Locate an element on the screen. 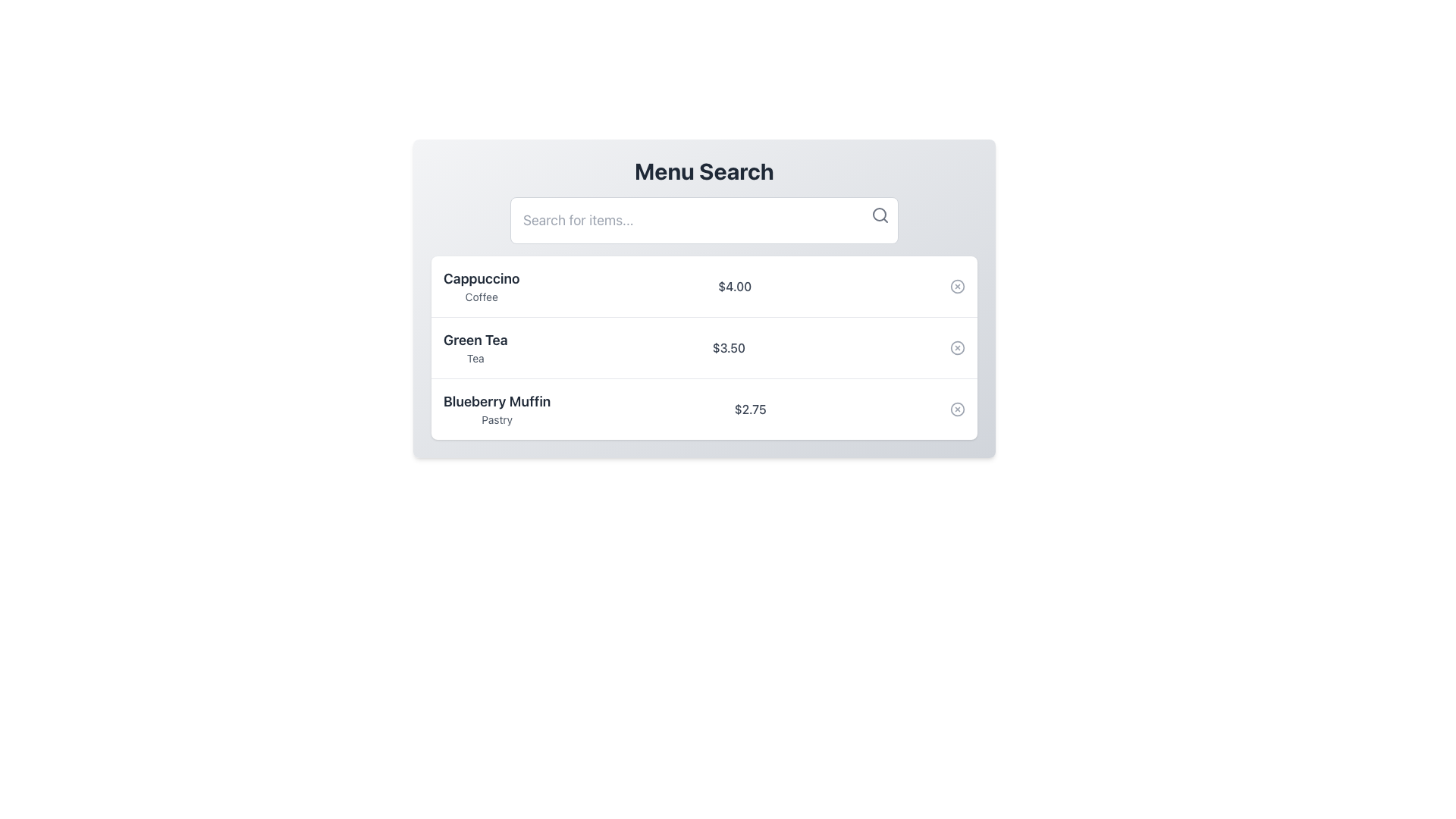  the supplementary descriptive text located below the main heading 'Green Tea' in the second item row of the 'Menu Search' interface is located at coordinates (475, 359).